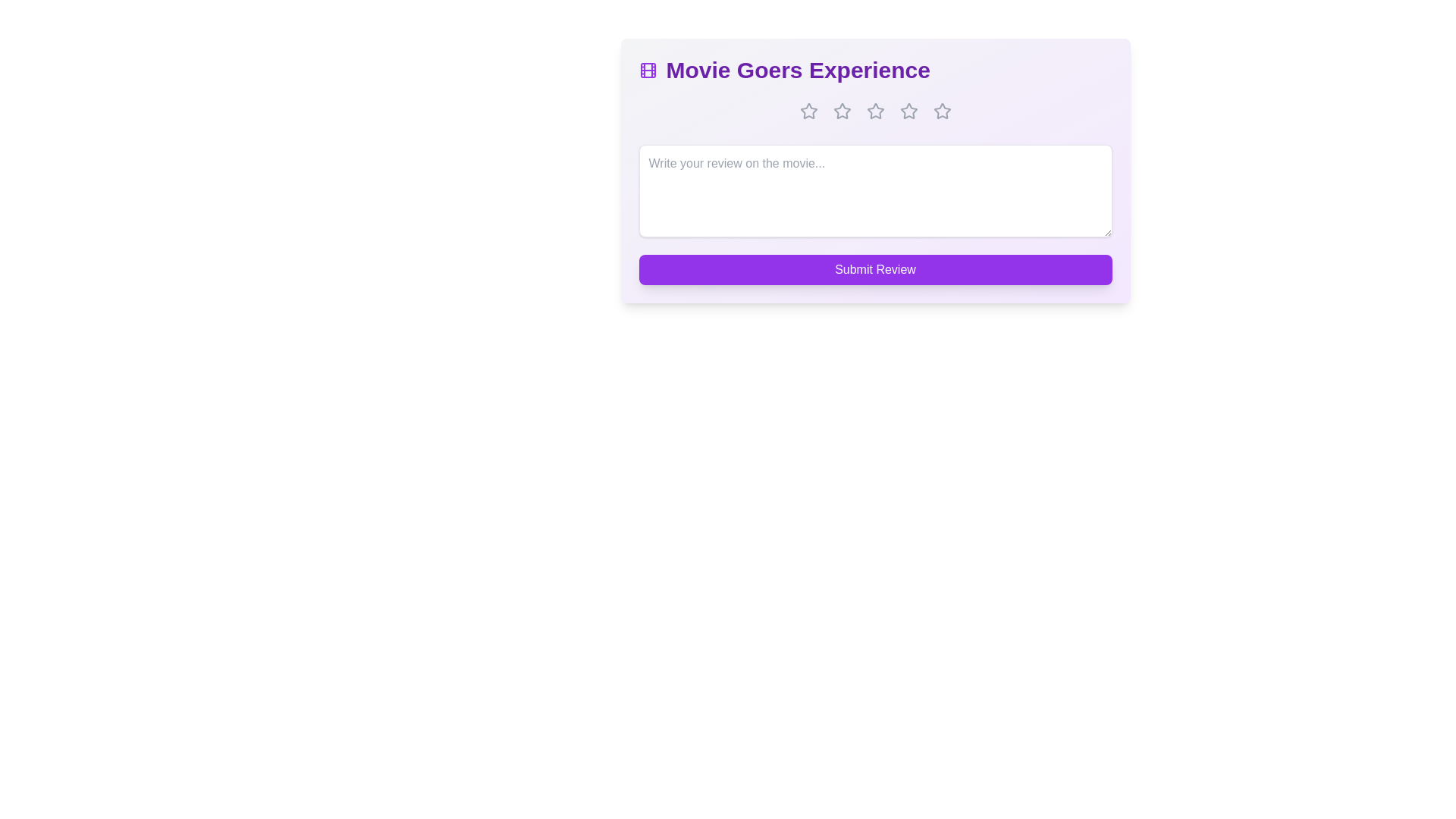  Describe the element at coordinates (841, 110) in the screenshot. I see `the star corresponding to 2 stars to set the rating` at that location.